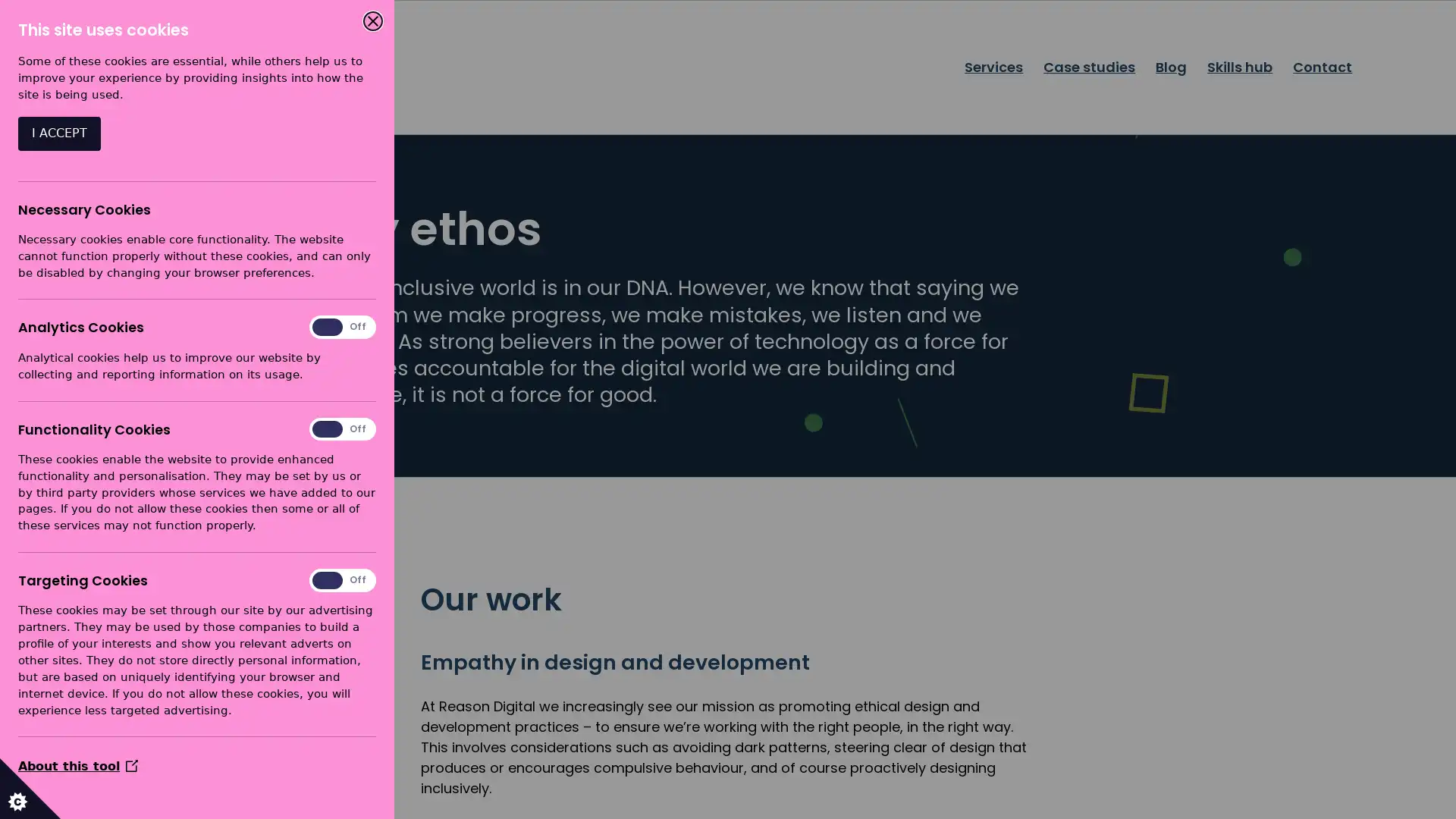  Describe the element at coordinates (372, 20) in the screenshot. I see `Close` at that location.